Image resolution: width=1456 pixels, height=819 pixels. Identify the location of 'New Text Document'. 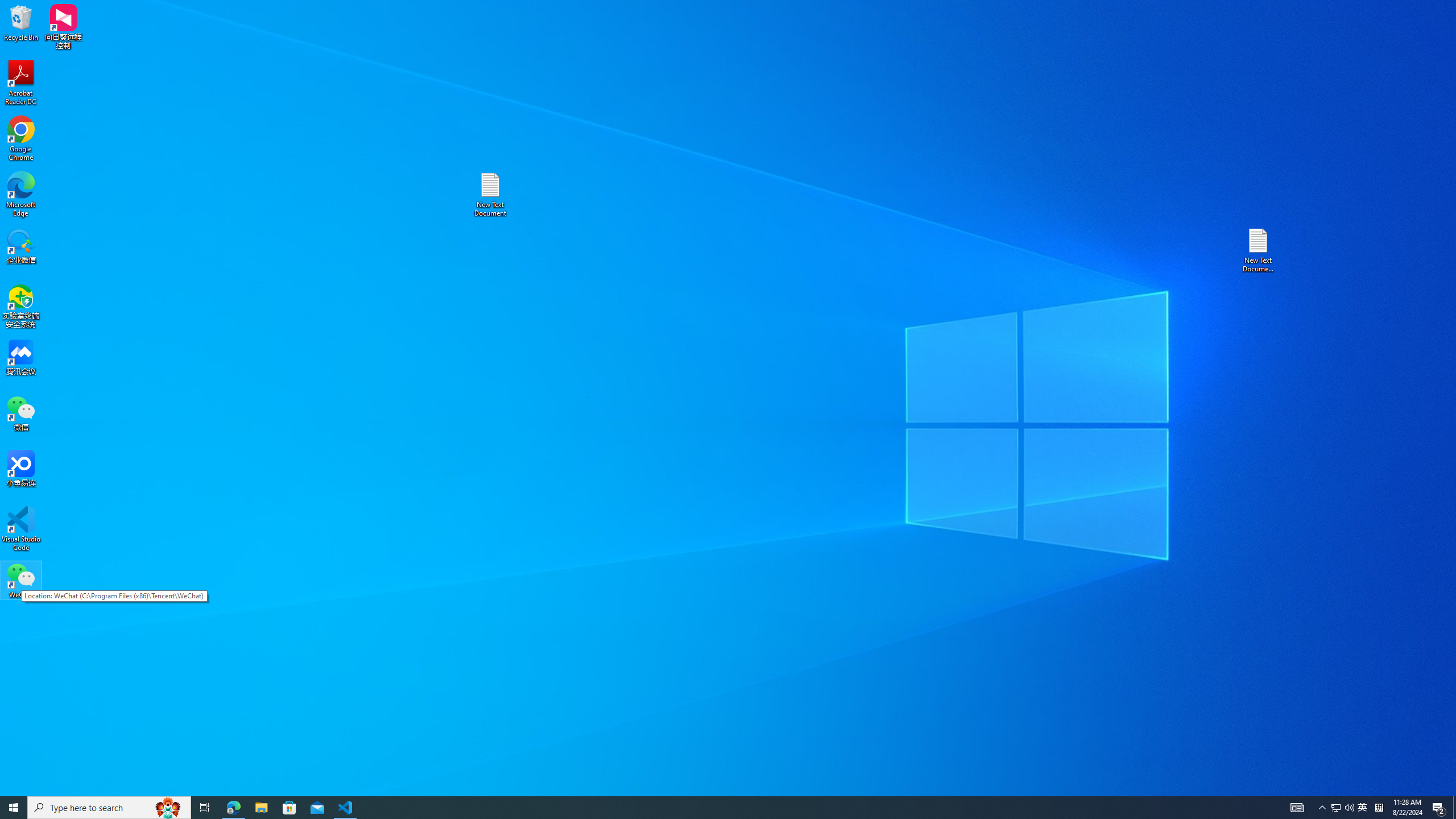
(489, 194).